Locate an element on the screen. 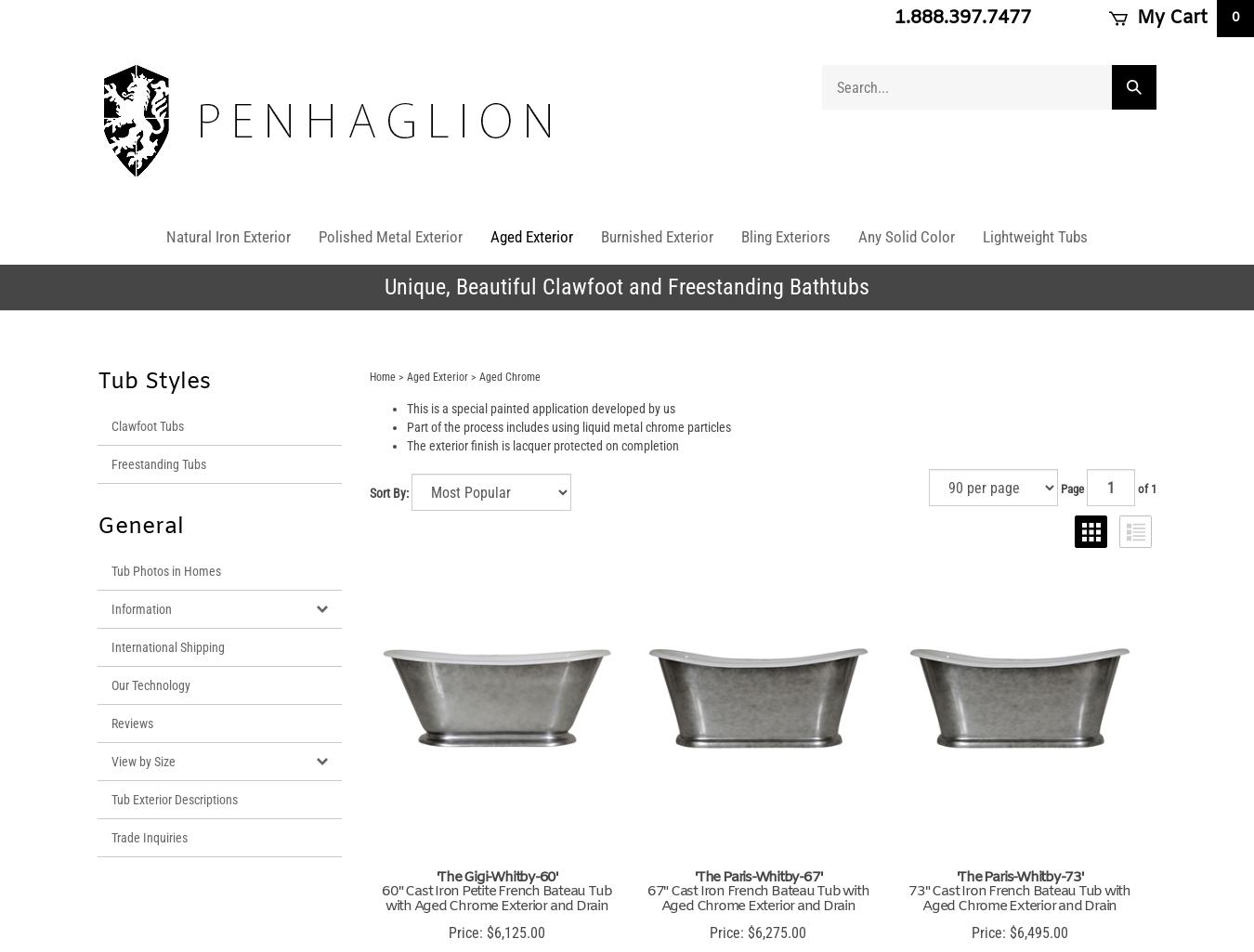 This screenshot has width=1254, height=952. 'Page' is located at coordinates (1073, 487).